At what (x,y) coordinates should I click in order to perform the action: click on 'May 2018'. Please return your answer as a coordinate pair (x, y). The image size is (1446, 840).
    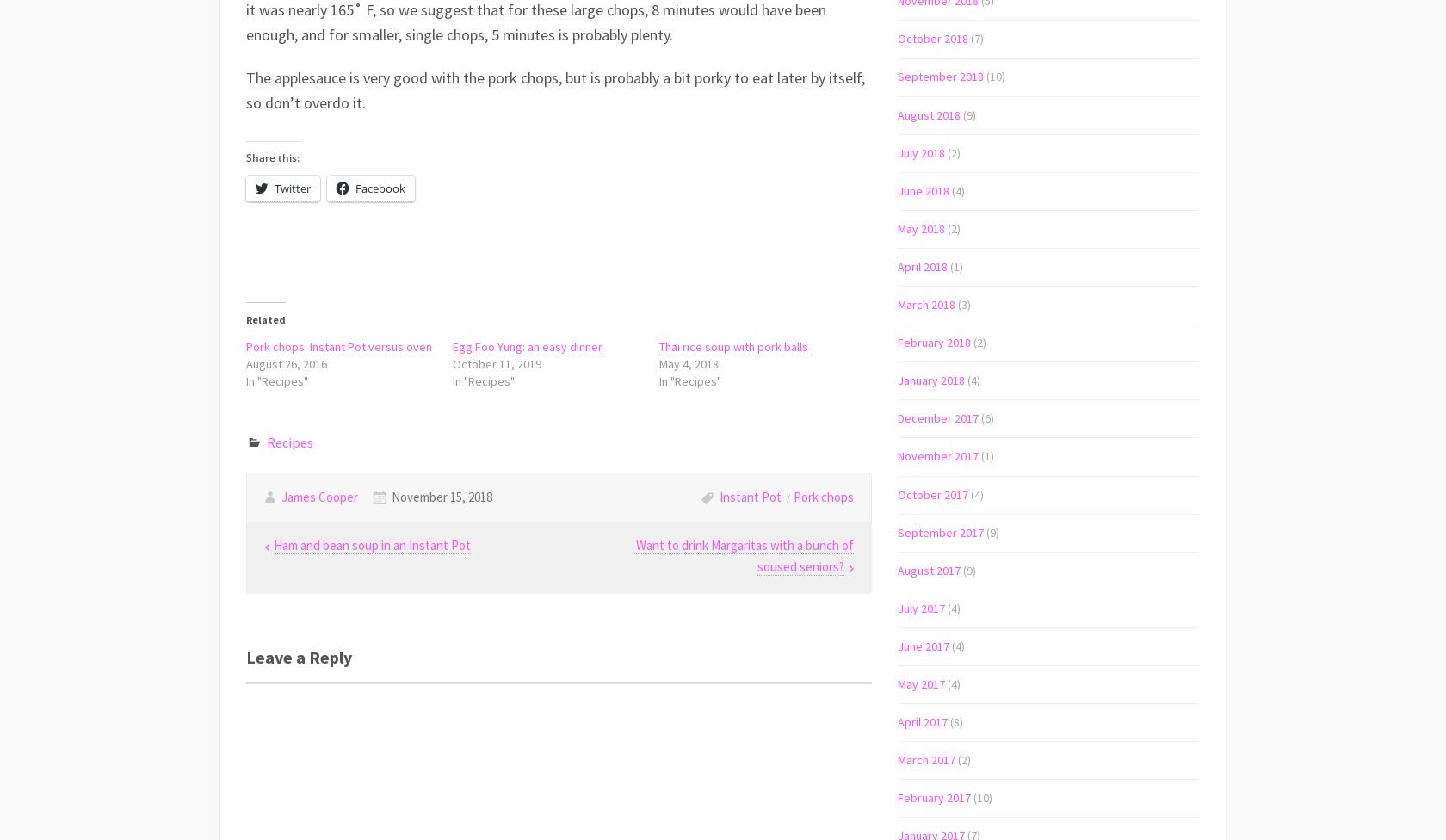
    Looking at the image, I should click on (921, 227).